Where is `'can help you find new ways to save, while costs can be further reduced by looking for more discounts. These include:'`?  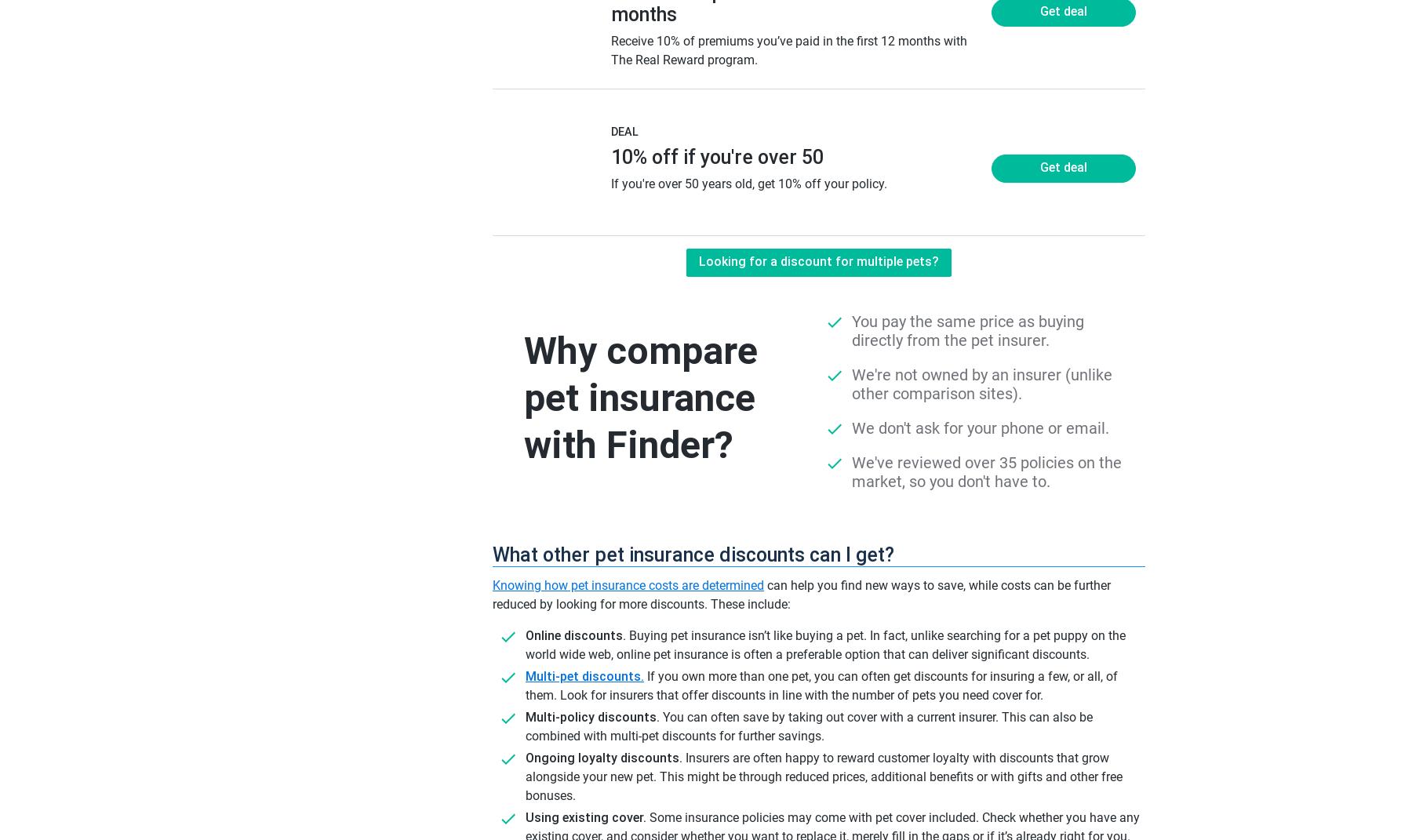 'can help you find new ways to save, while costs can be further reduced by looking for more discounts. These include:' is located at coordinates (802, 595).